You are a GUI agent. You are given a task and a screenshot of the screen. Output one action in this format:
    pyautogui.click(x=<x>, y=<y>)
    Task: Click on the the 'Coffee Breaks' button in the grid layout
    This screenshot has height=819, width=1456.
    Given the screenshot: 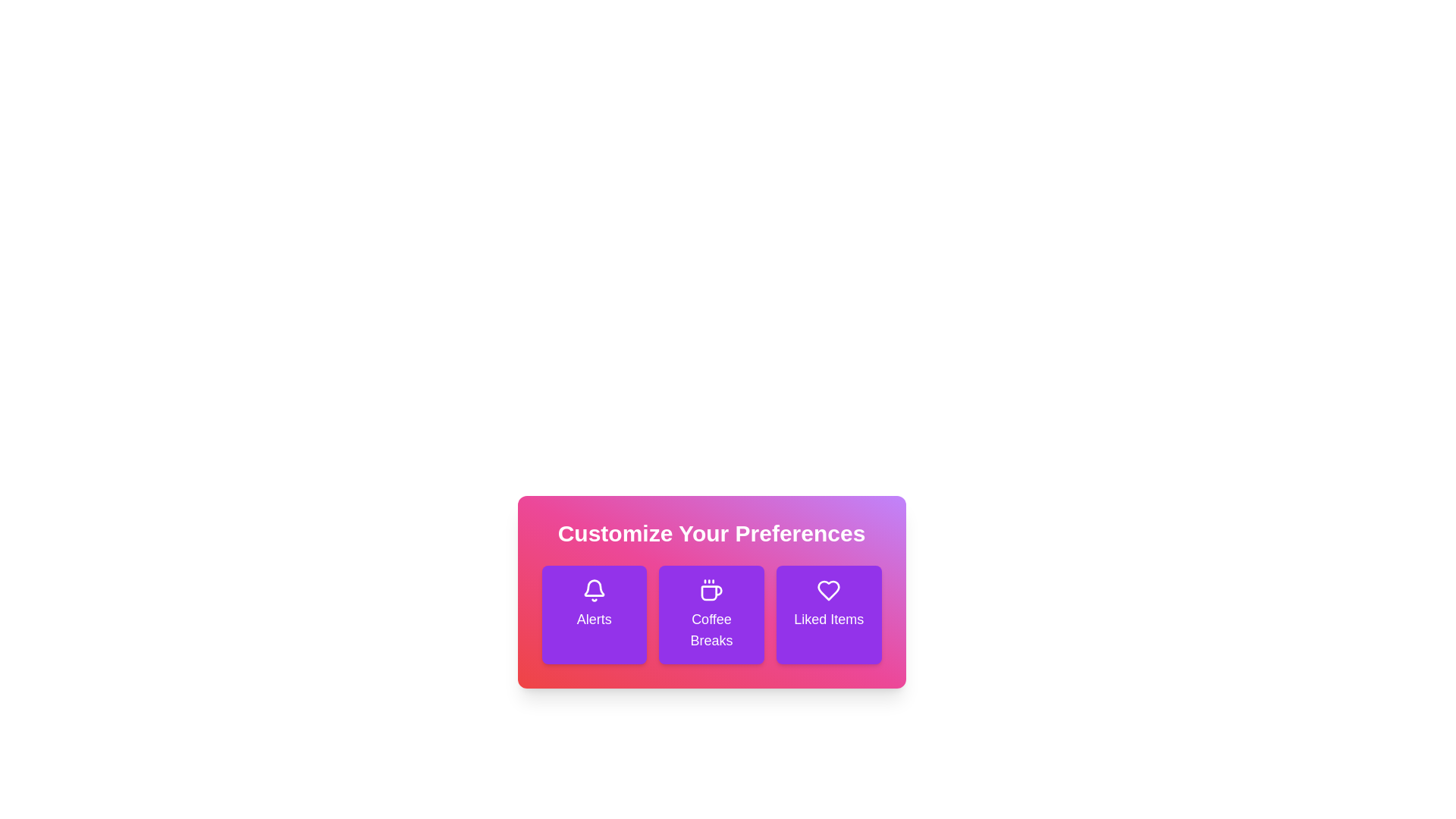 What is the action you would take?
    pyautogui.click(x=711, y=614)
    